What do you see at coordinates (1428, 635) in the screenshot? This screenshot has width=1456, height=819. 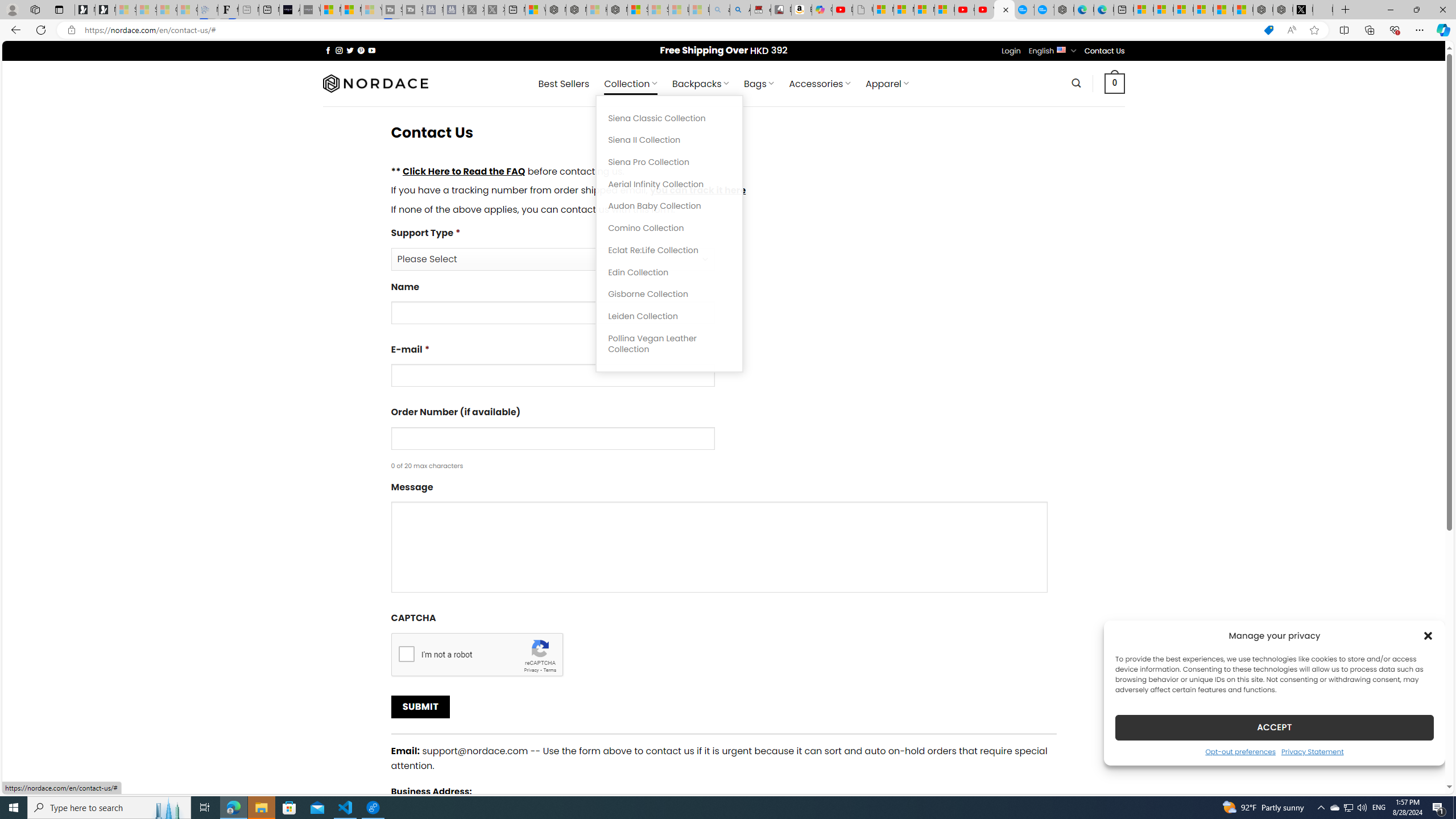 I see `'Class: cmplz-close'` at bounding box center [1428, 635].